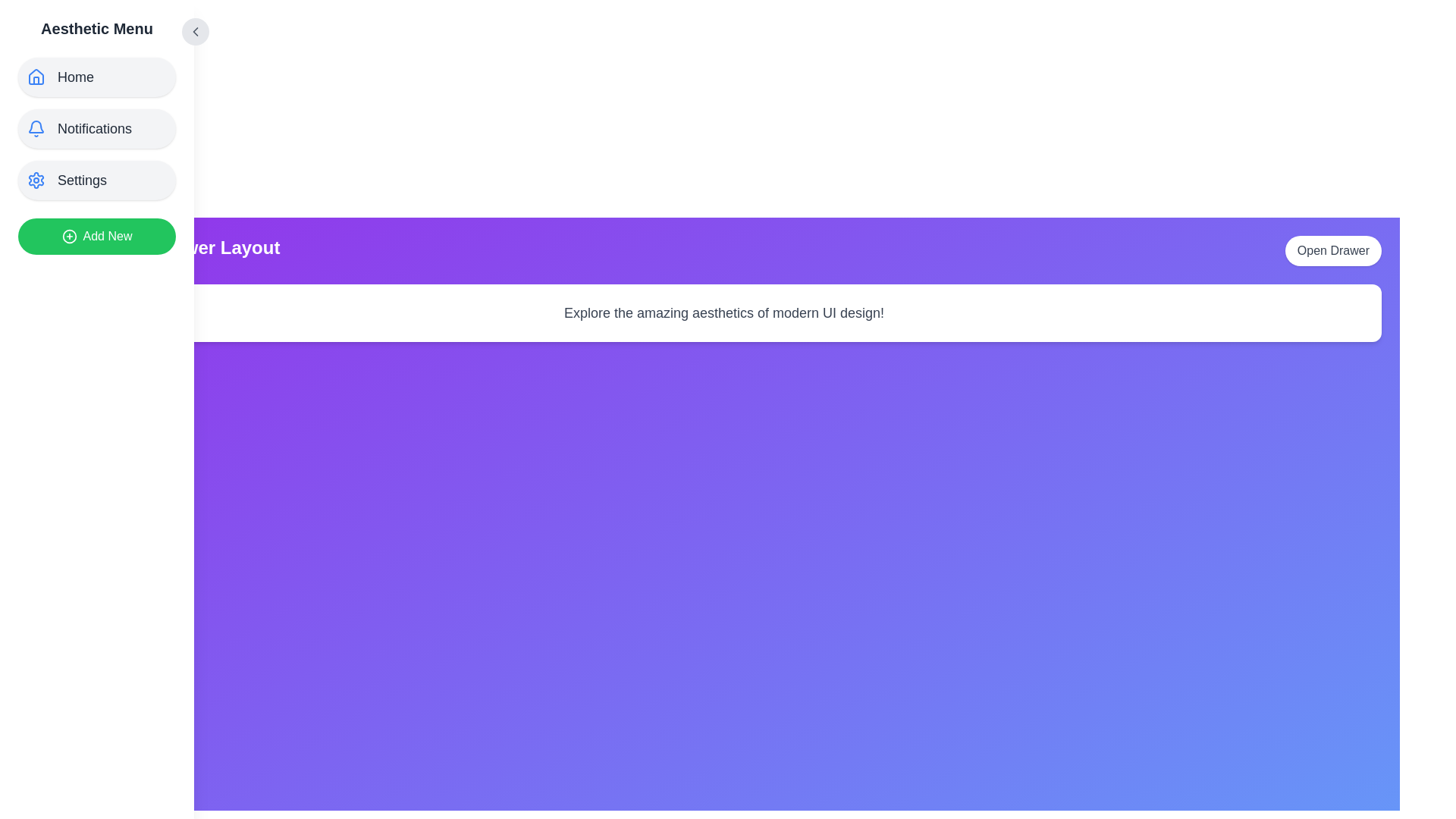 Image resolution: width=1456 pixels, height=819 pixels. I want to click on the bell icon element with a blue outline, which is located to the left of the 'Notifications' text in the second button of the vertical sidebar menu, so click(36, 127).